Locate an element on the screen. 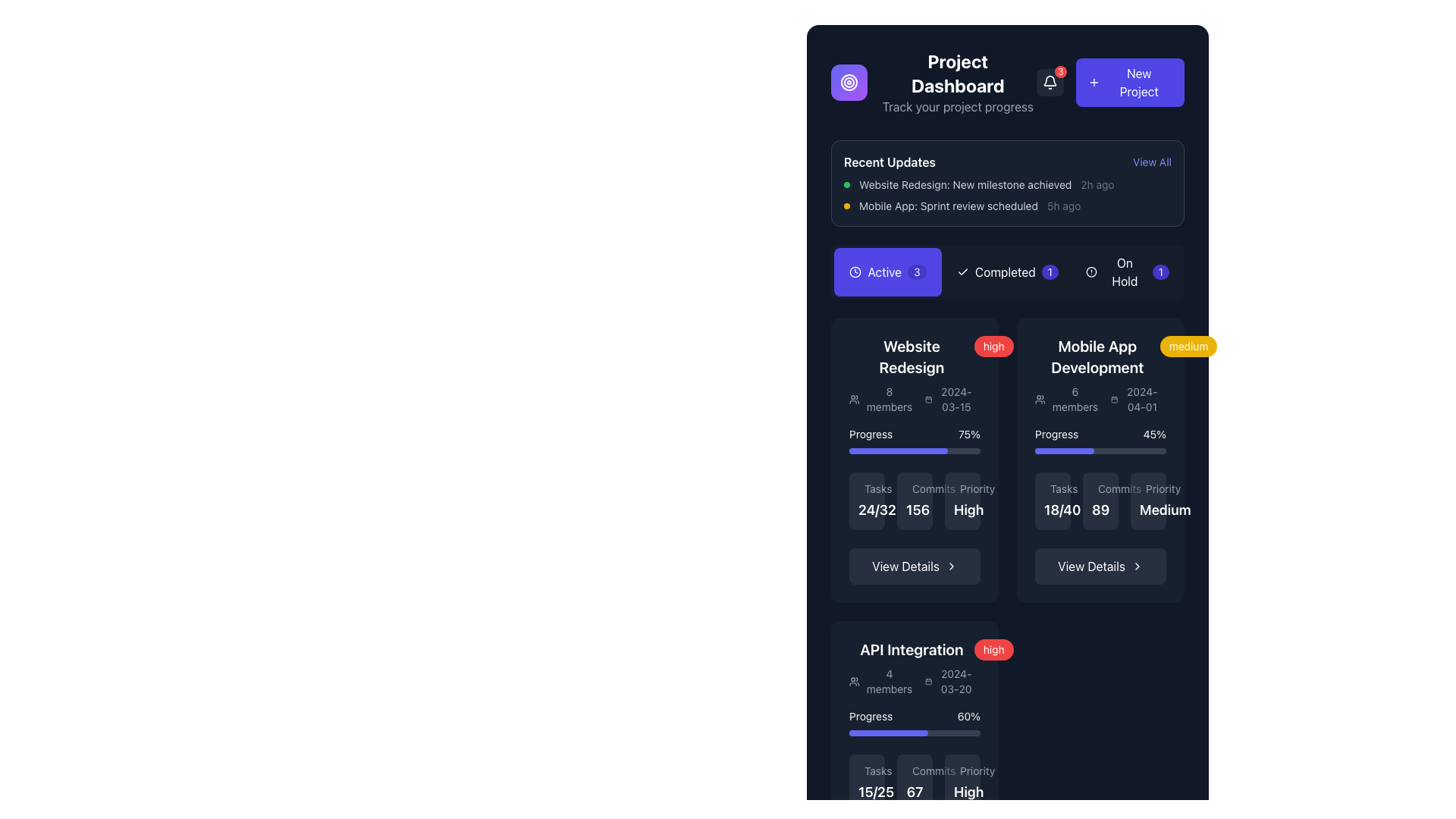  the 'New Project' button, which is a purple rectangular button with rounded corners located at the top-right corner of the interface, to initiate the creation process is located at coordinates (1130, 82).